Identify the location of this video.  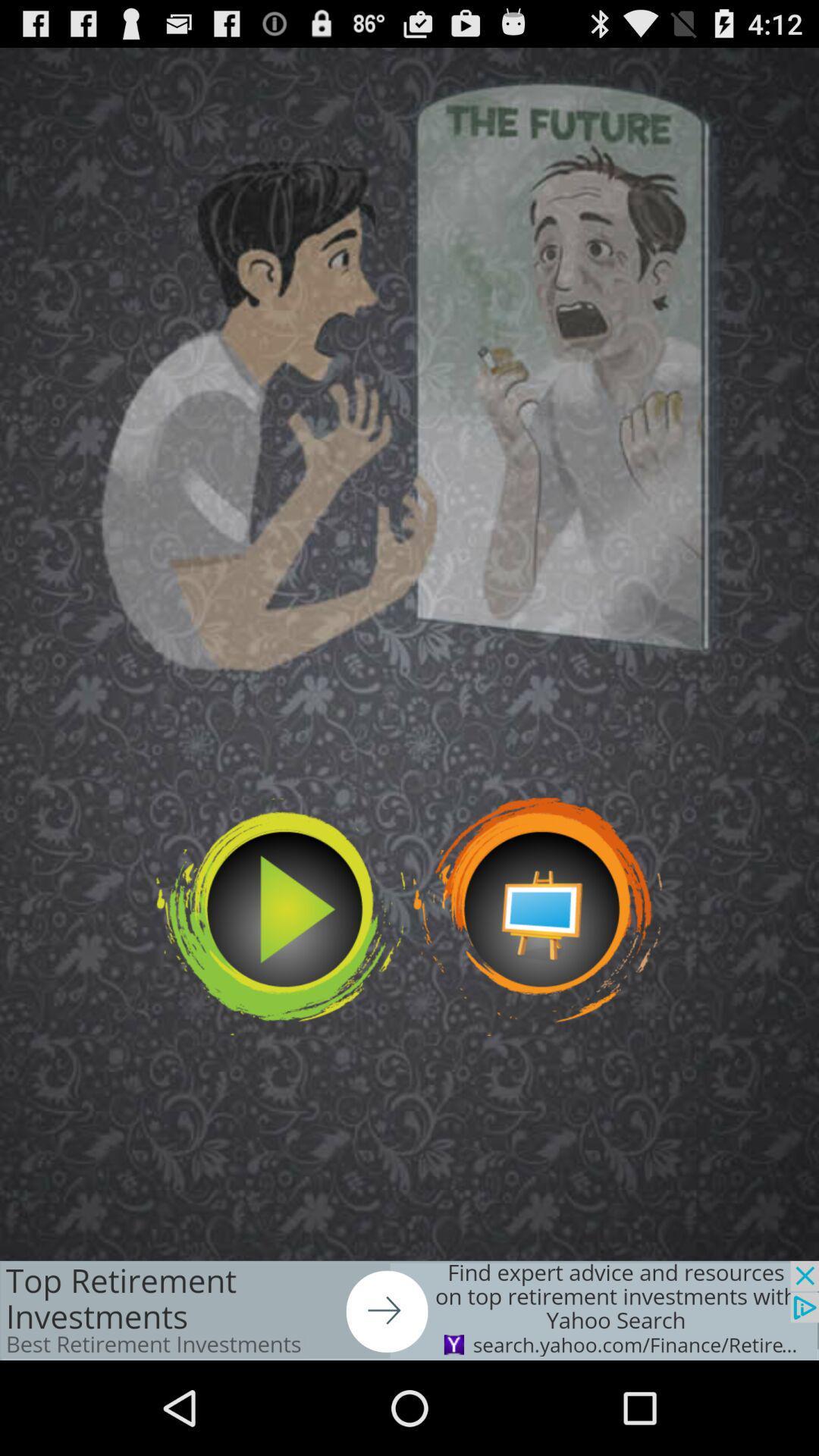
(281, 916).